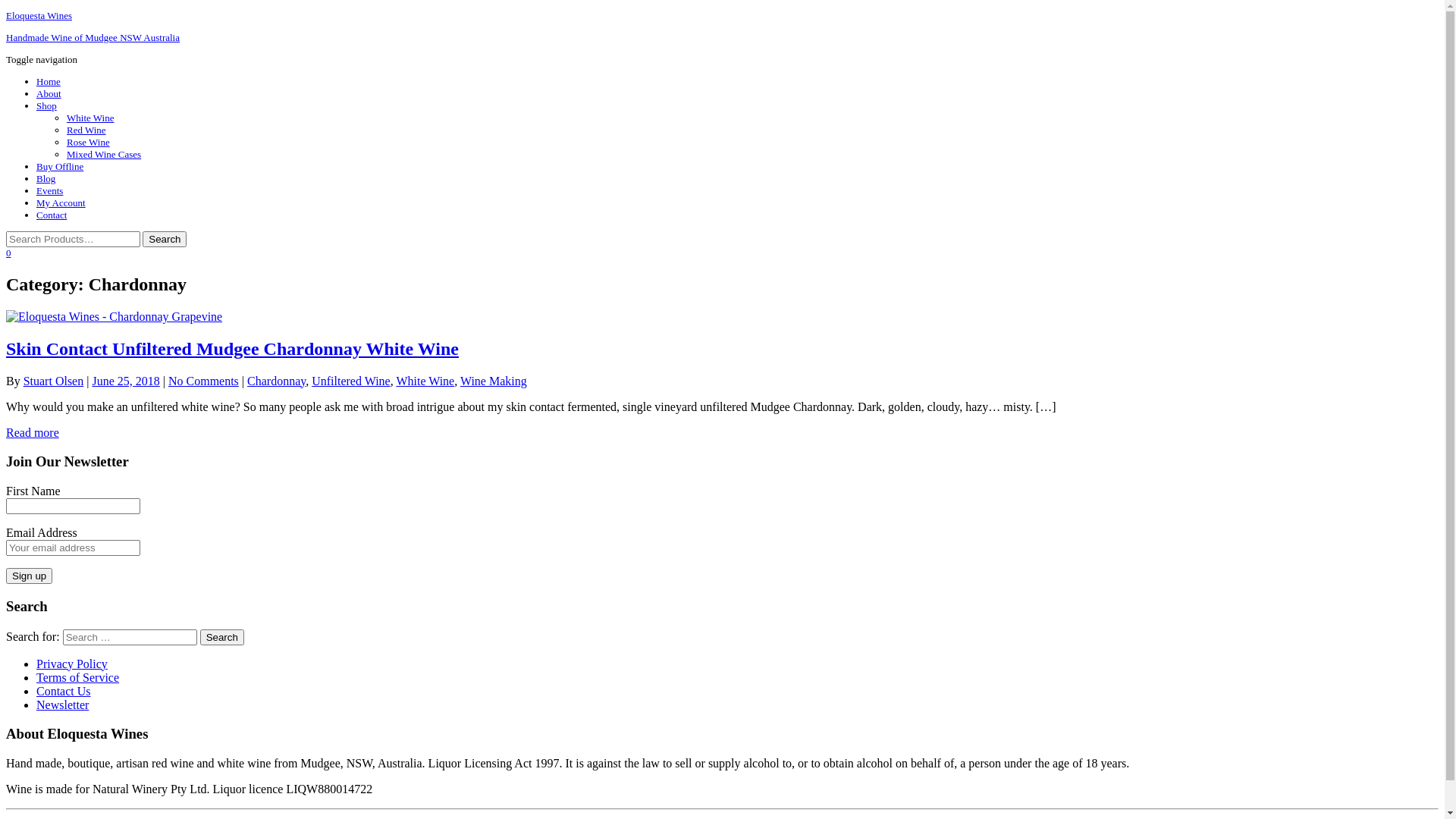 The image size is (1456, 819). I want to click on 'Contact', so click(36, 215).